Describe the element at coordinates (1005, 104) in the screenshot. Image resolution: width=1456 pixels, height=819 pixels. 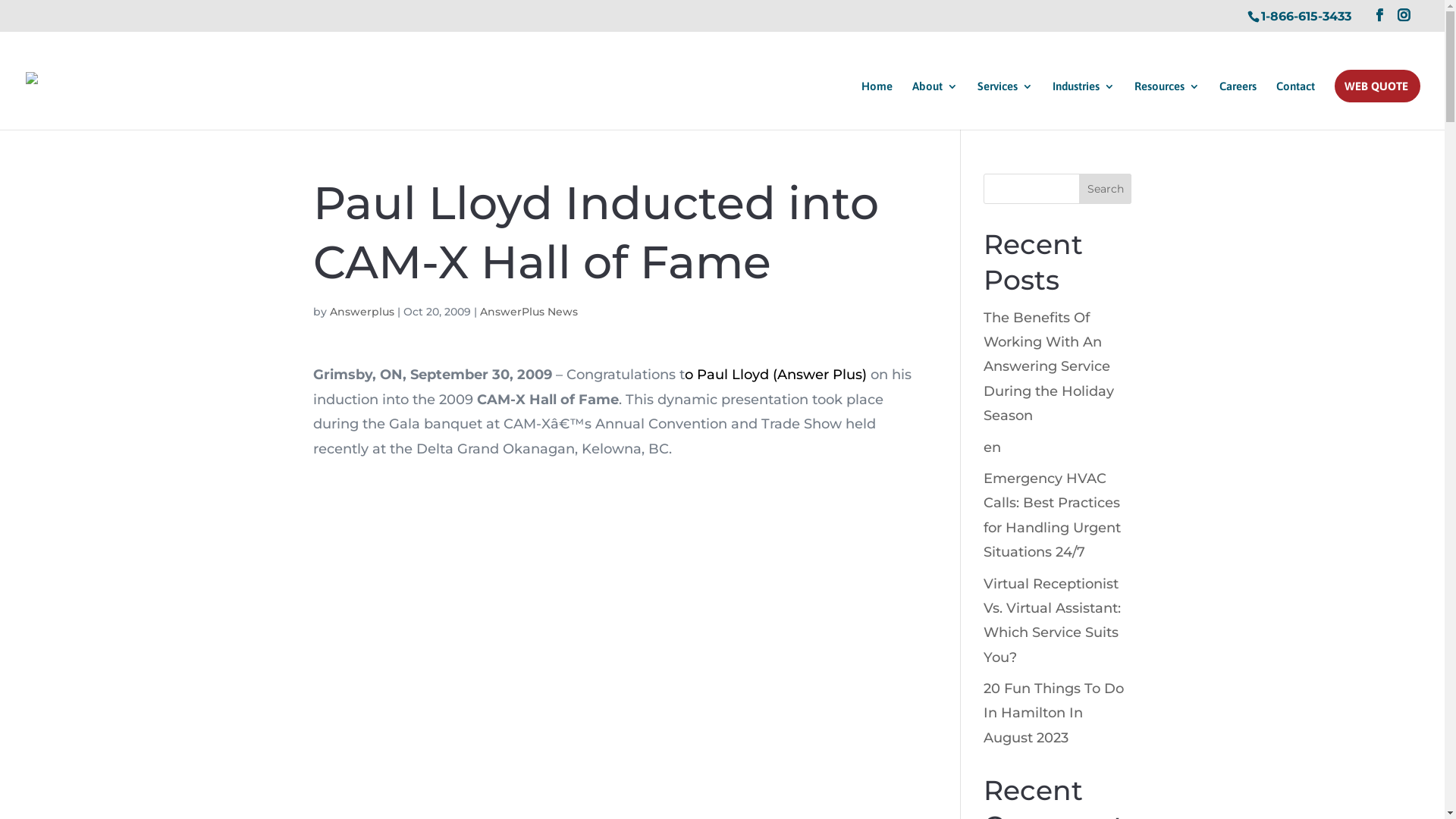
I see `'Services'` at that location.